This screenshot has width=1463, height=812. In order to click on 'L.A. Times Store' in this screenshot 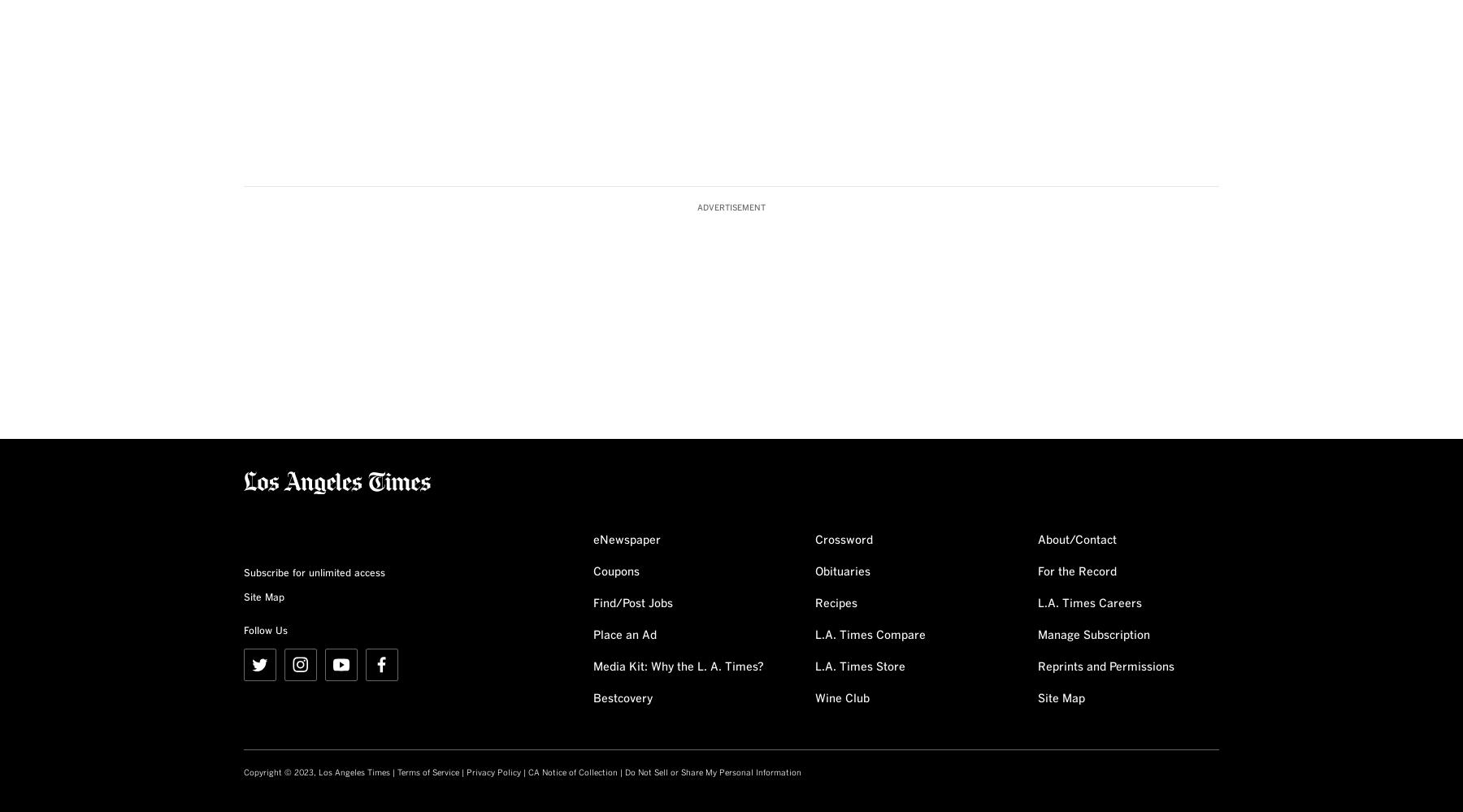, I will do `click(814, 667)`.